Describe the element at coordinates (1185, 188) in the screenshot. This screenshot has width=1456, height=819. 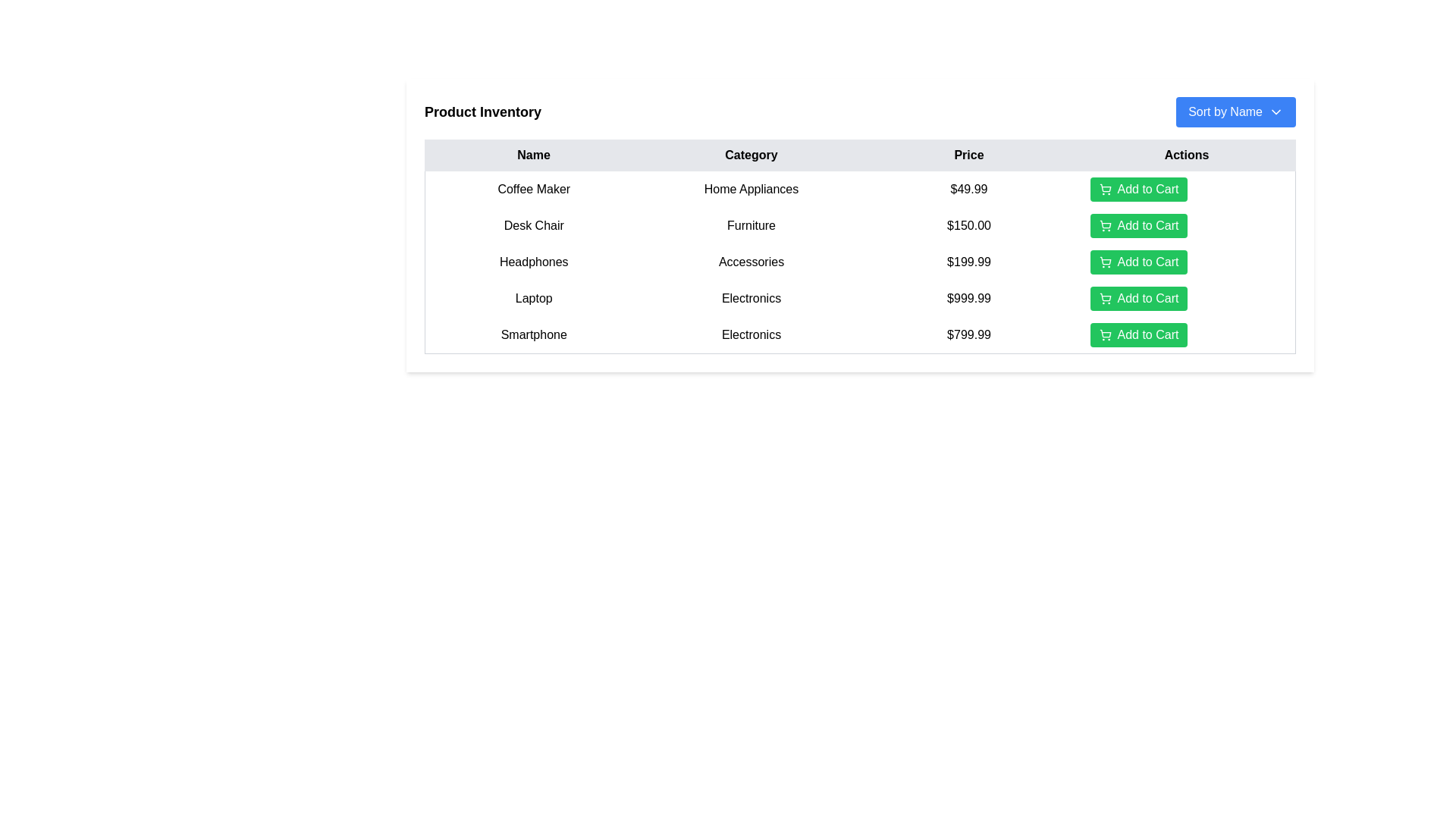
I see `the green 'Add to Cart' button with white text and a shopping cart icon, located in the last column of the first row of the table under the 'Actions' column for the product 'Coffee Maker' to observe any hover effect` at that location.